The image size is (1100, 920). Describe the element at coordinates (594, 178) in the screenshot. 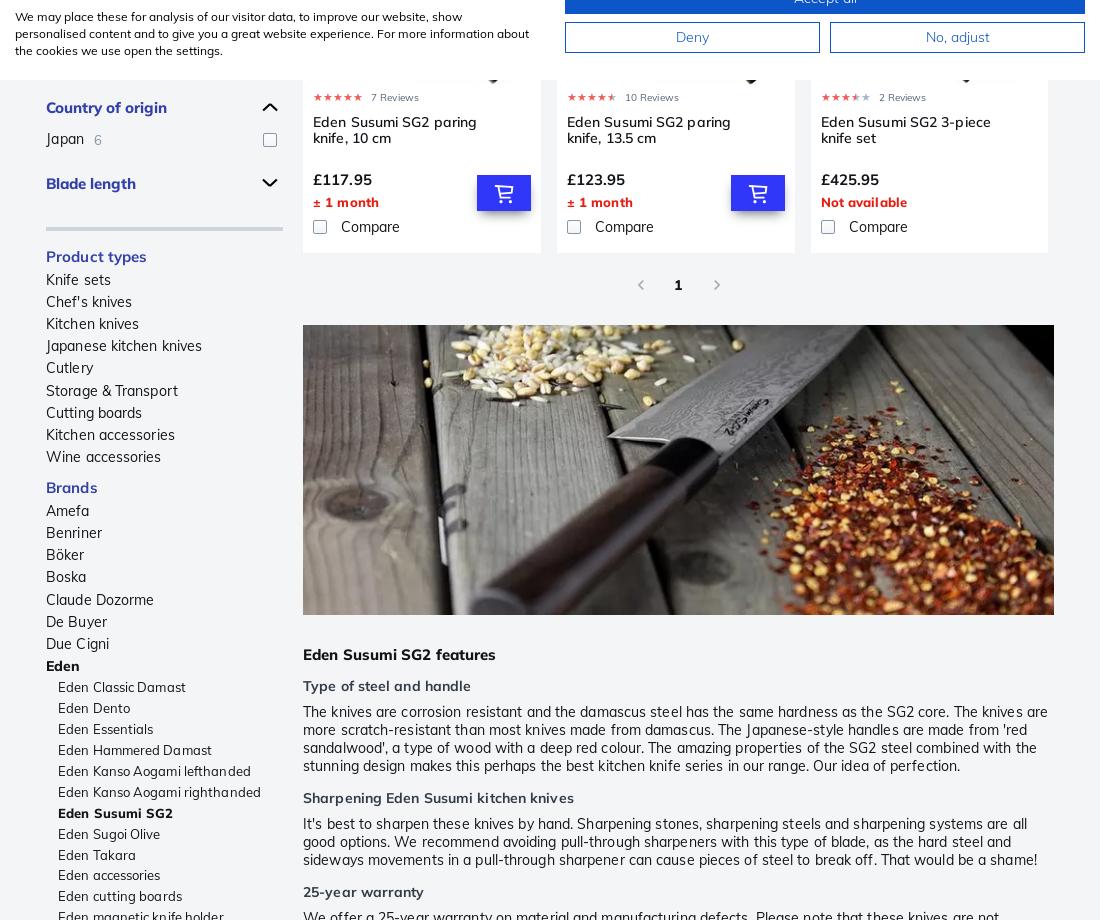

I see `'£123.95'` at that location.